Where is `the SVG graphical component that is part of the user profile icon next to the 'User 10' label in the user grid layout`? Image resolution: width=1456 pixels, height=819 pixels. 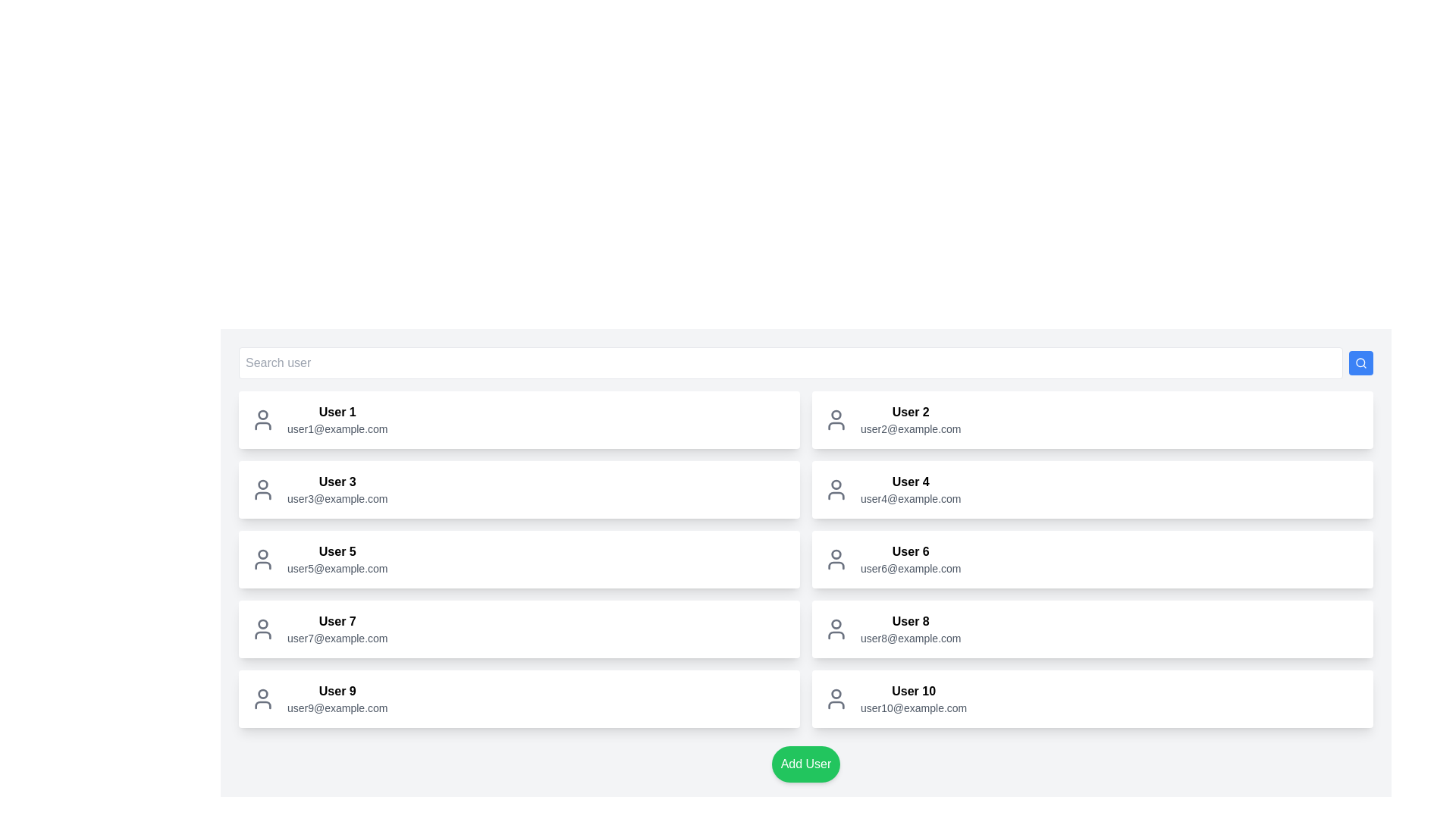 the SVG graphical component that is part of the user profile icon next to the 'User 10' label in the user grid layout is located at coordinates (836, 693).